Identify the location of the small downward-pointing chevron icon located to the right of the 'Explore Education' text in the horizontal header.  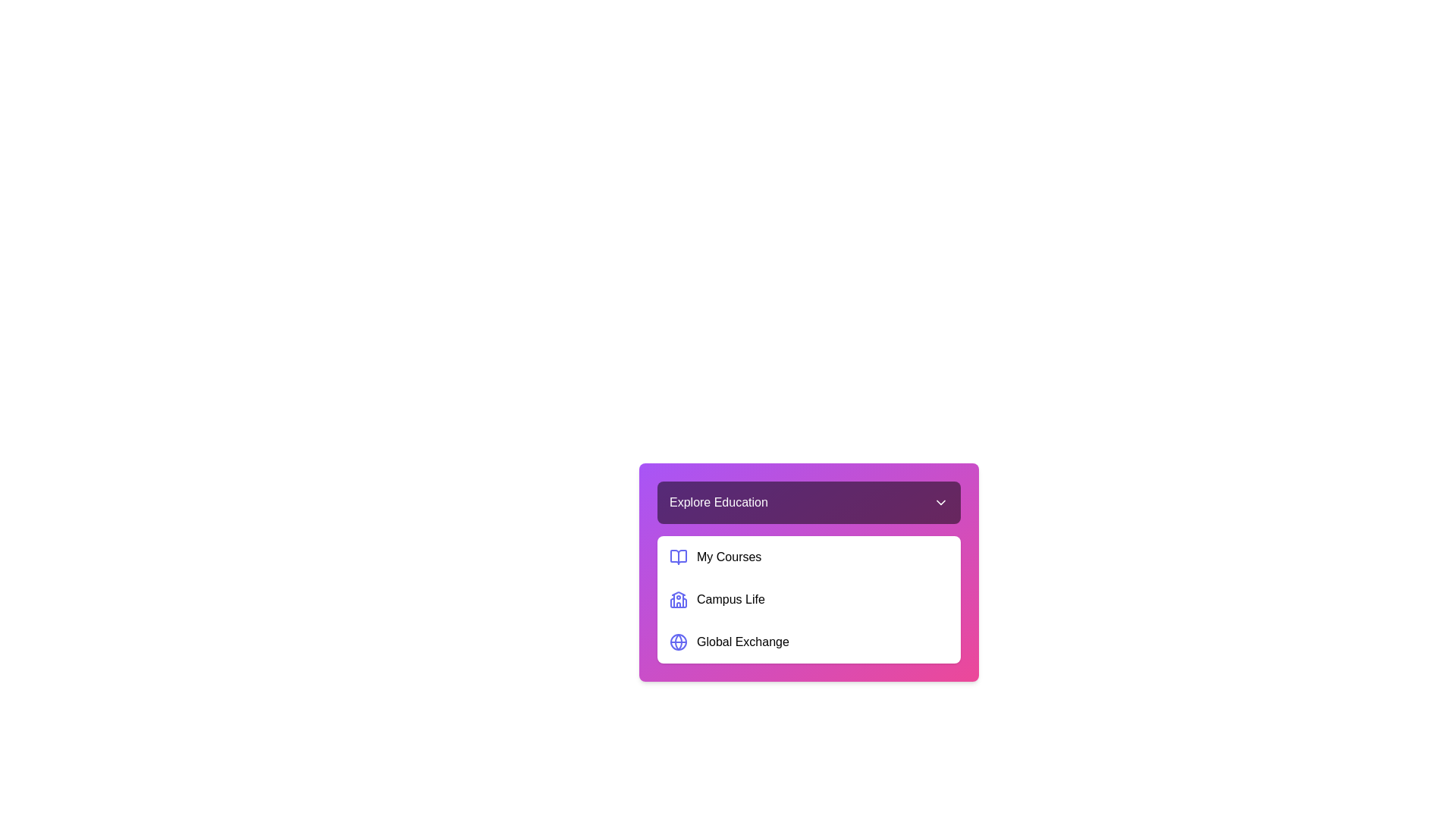
(940, 503).